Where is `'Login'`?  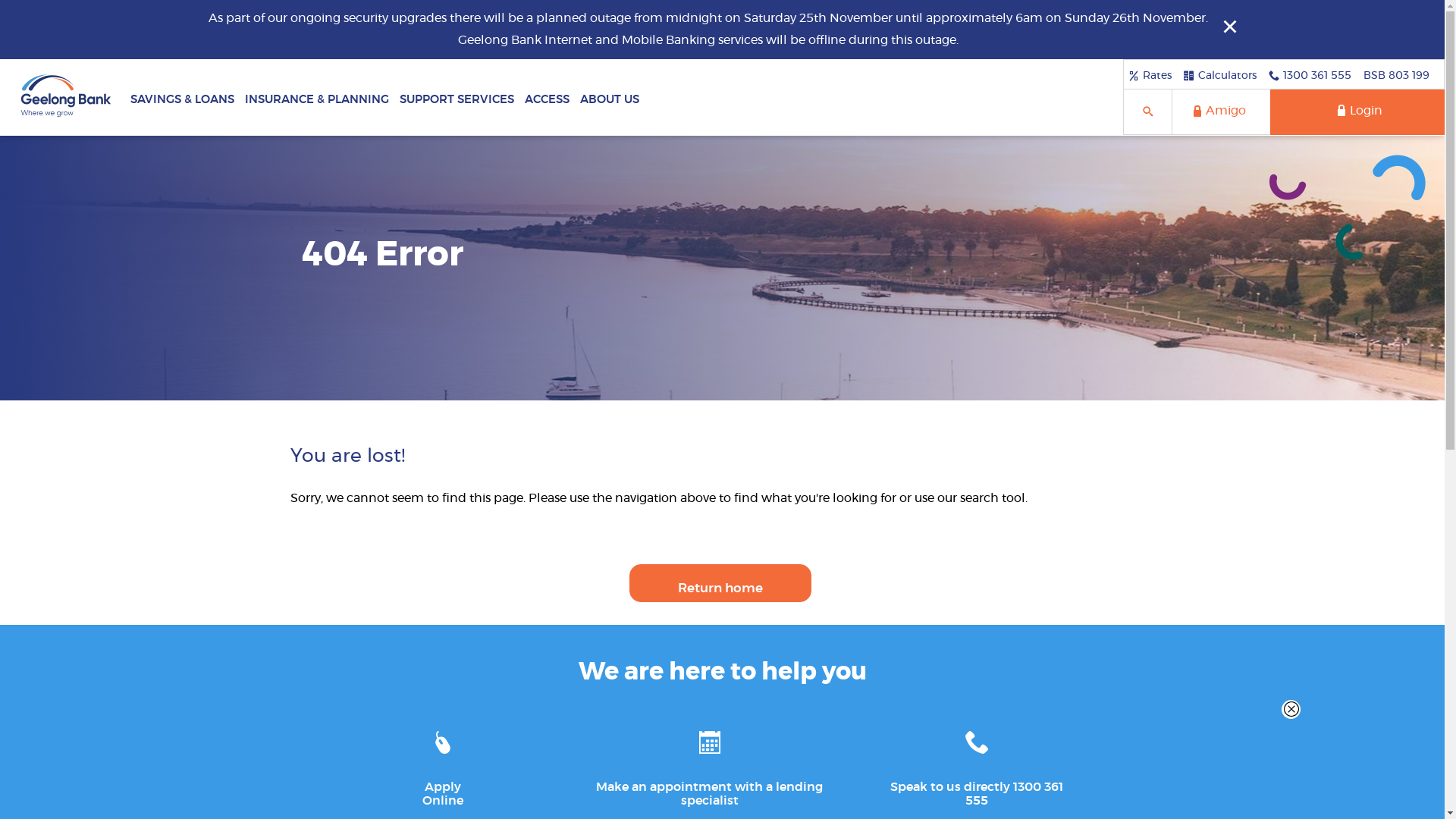
'Login' is located at coordinates (1357, 111).